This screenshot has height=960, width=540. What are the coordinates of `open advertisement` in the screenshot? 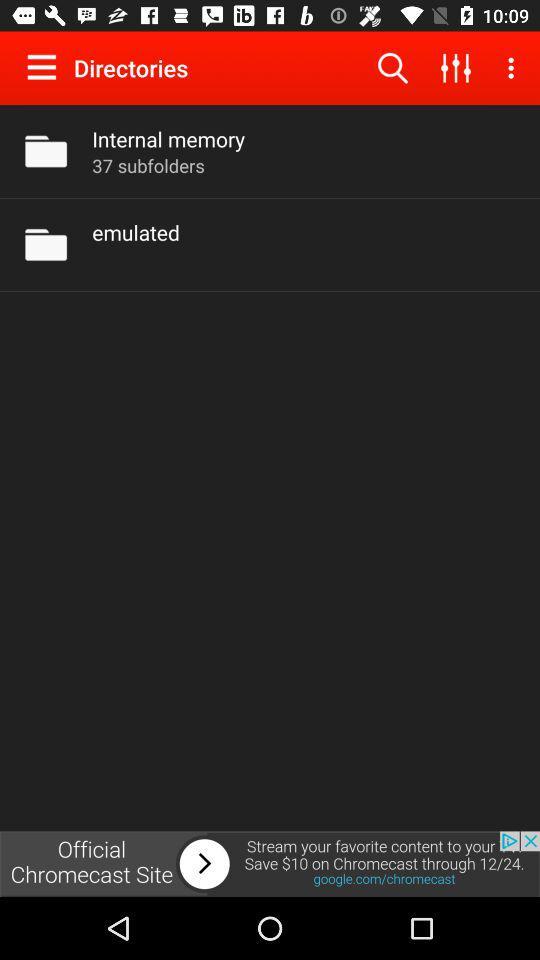 It's located at (270, 863).